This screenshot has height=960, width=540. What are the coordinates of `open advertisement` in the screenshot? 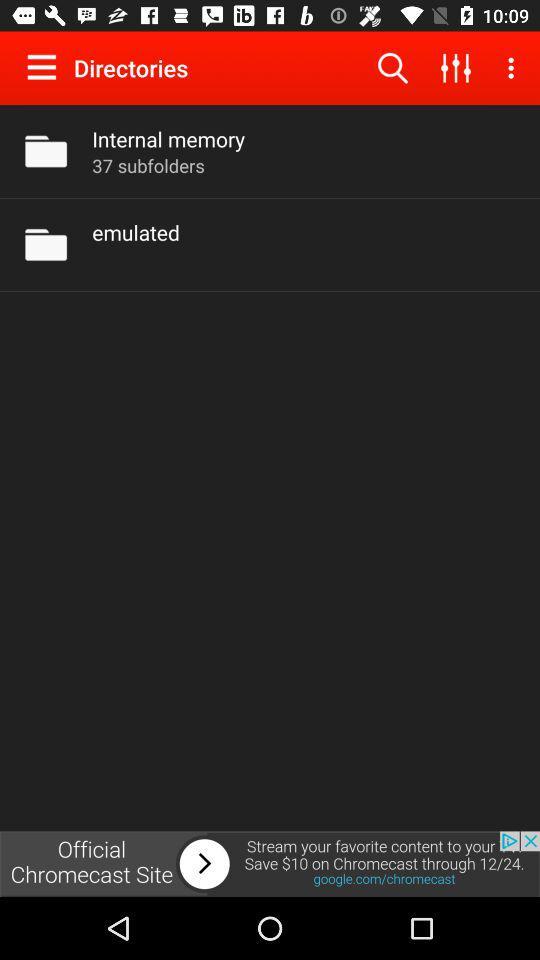 It's located at (270, 863).